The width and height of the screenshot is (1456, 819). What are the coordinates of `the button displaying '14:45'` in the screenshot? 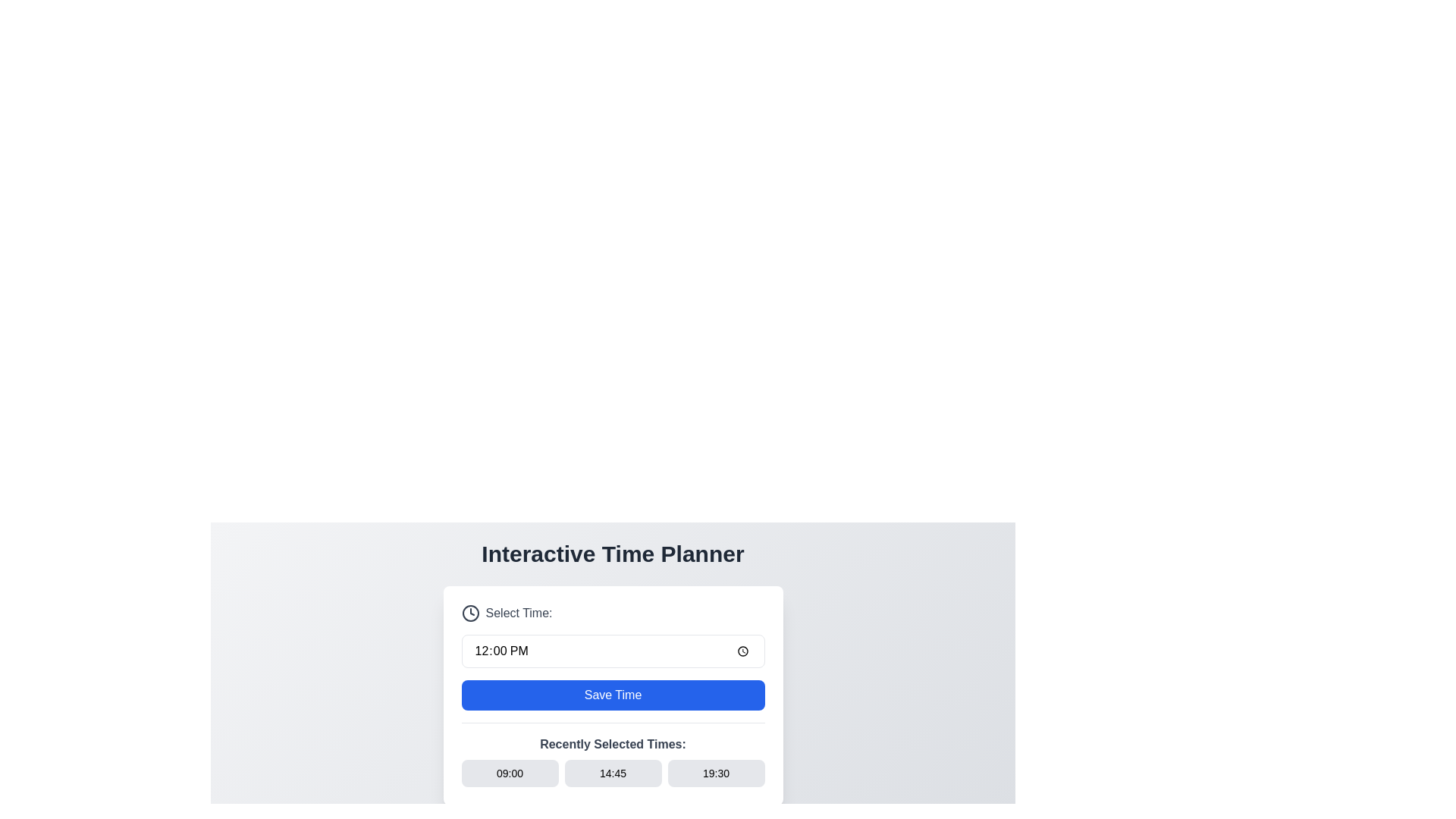 It's located at (613, 773).